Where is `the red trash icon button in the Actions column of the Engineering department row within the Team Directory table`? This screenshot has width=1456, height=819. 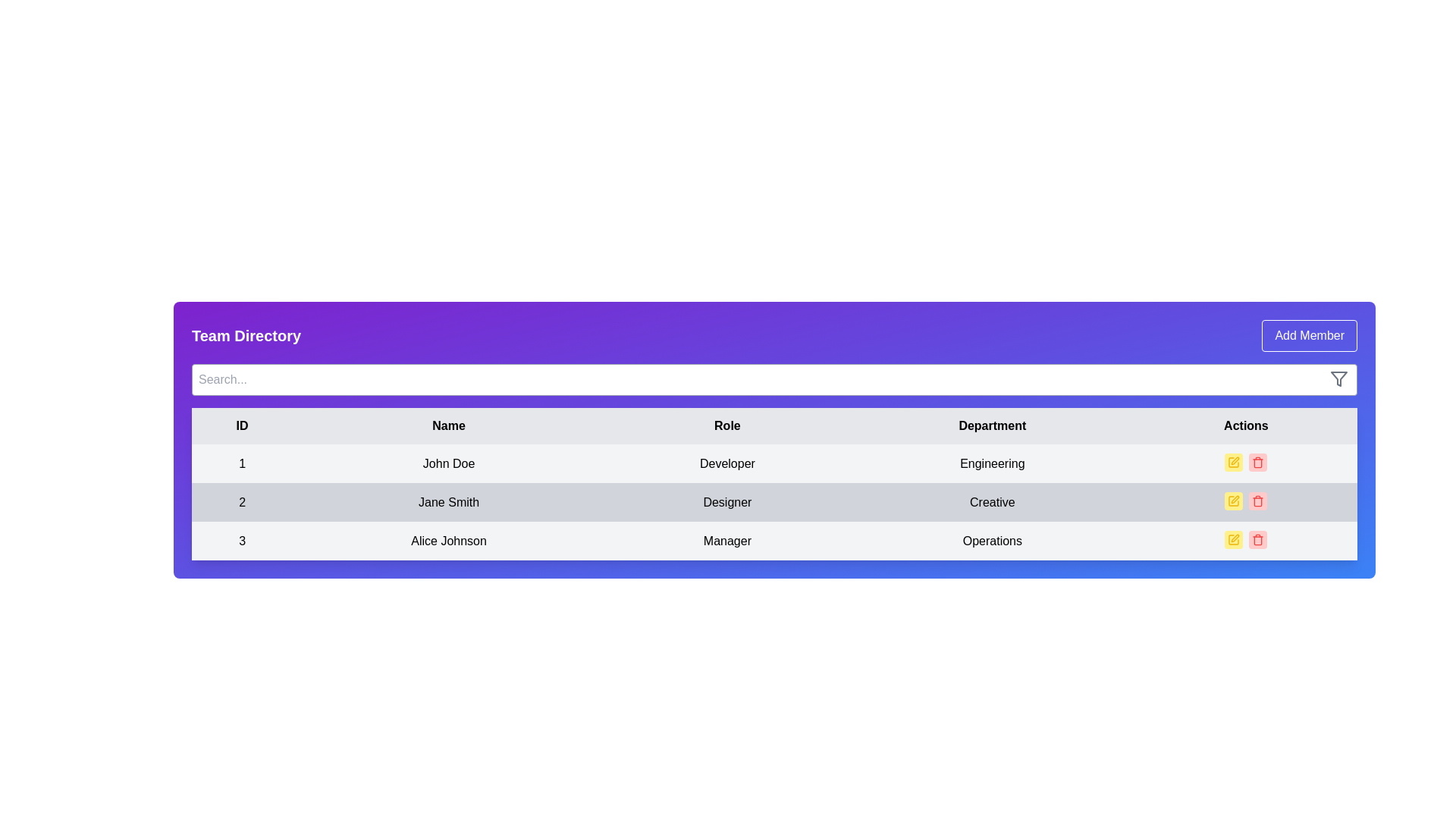 the red trash icon button in the Actions column of the Engineering department row within the Team Directory table is located at coordinates (1258, 461).